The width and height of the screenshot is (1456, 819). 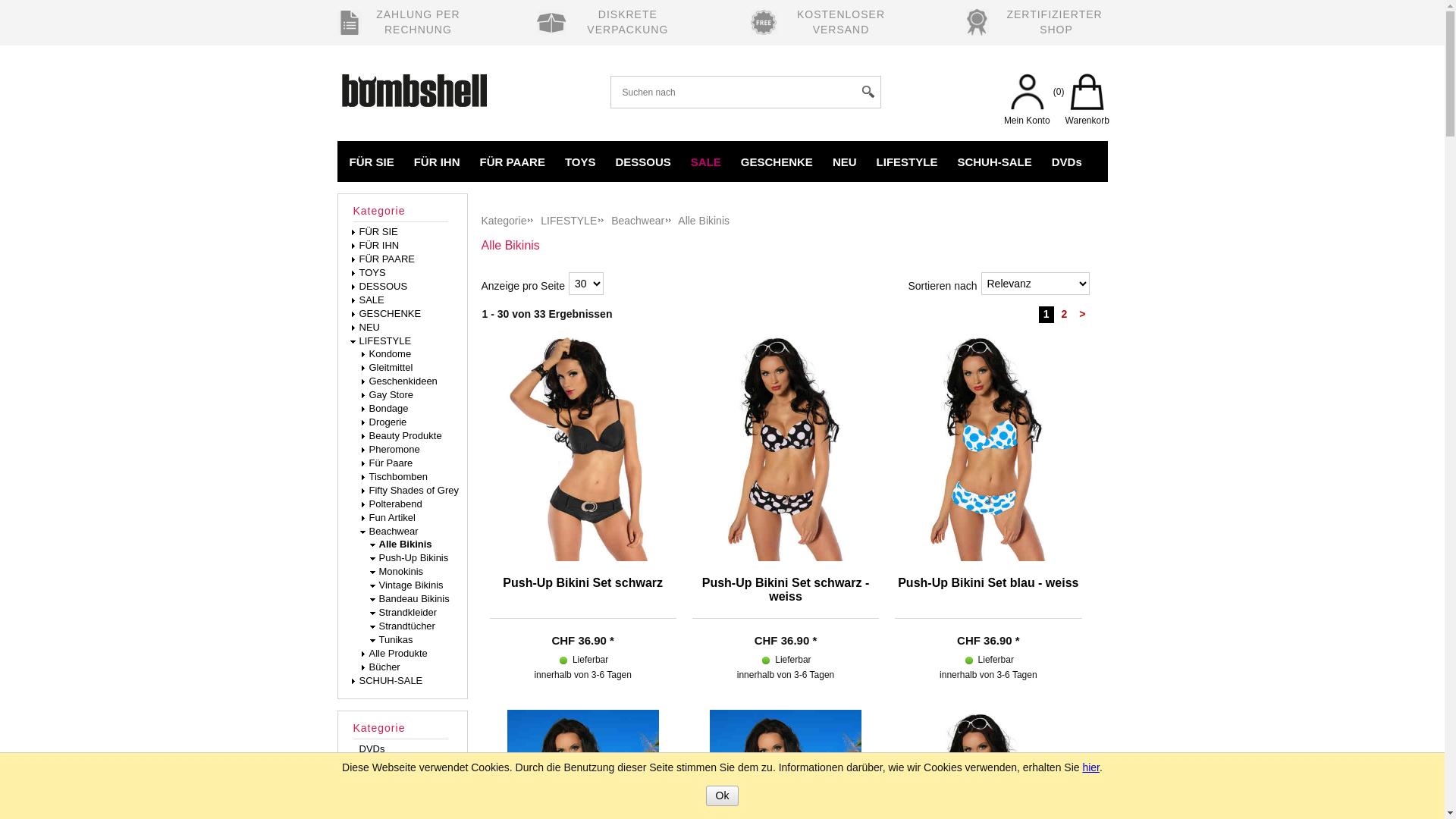 What do you see at coordinates (406, 728) in the screenshot?
I see `'Kategorie'` at bounding box center [406, 728].